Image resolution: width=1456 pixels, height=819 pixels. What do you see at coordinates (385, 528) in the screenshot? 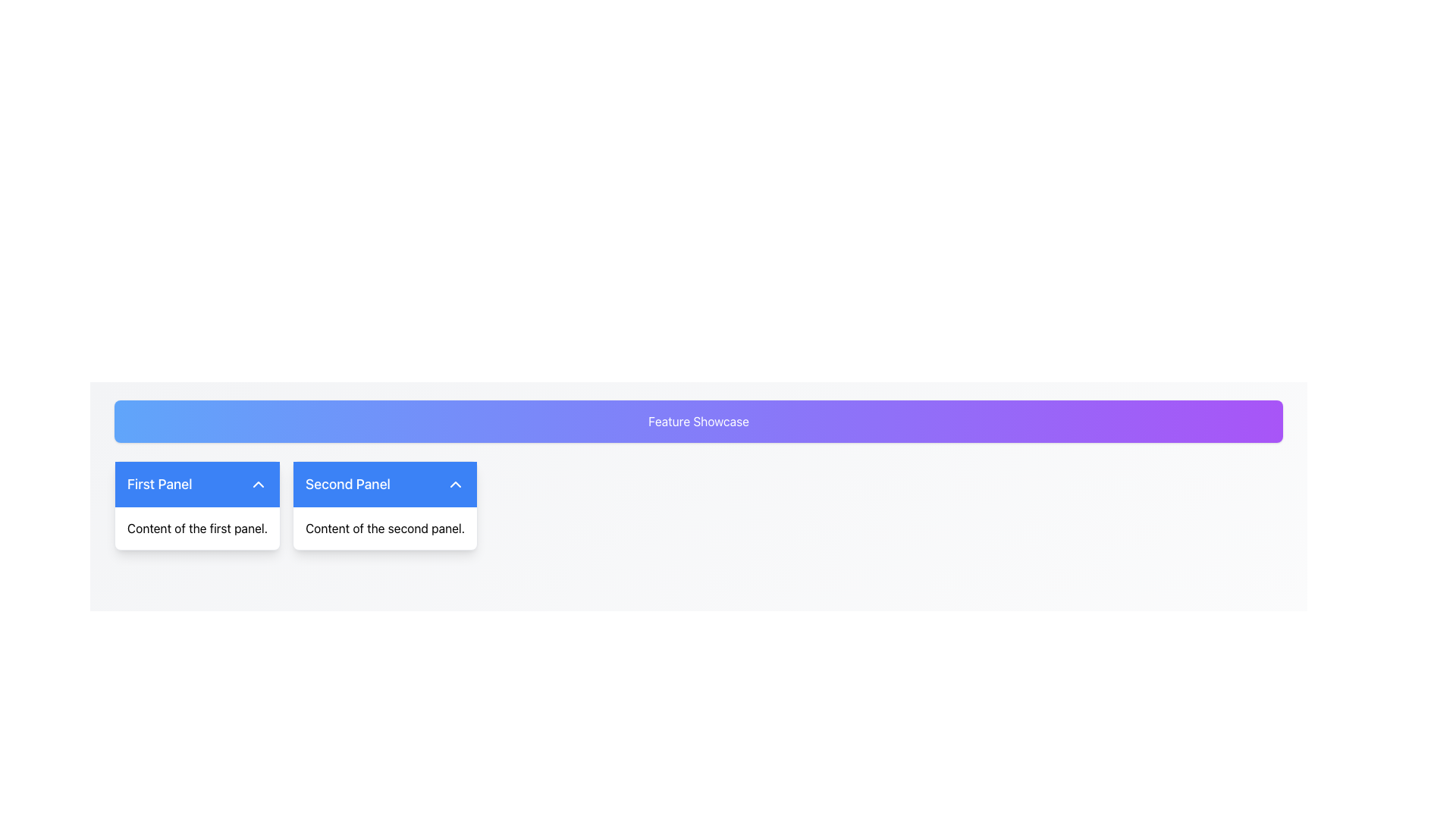
I see `descriptive text content located in the lower half of the 'Second Panel' section, positioned centrally between the 'First Panel' and a blank space` at bounding box center [385, 528].